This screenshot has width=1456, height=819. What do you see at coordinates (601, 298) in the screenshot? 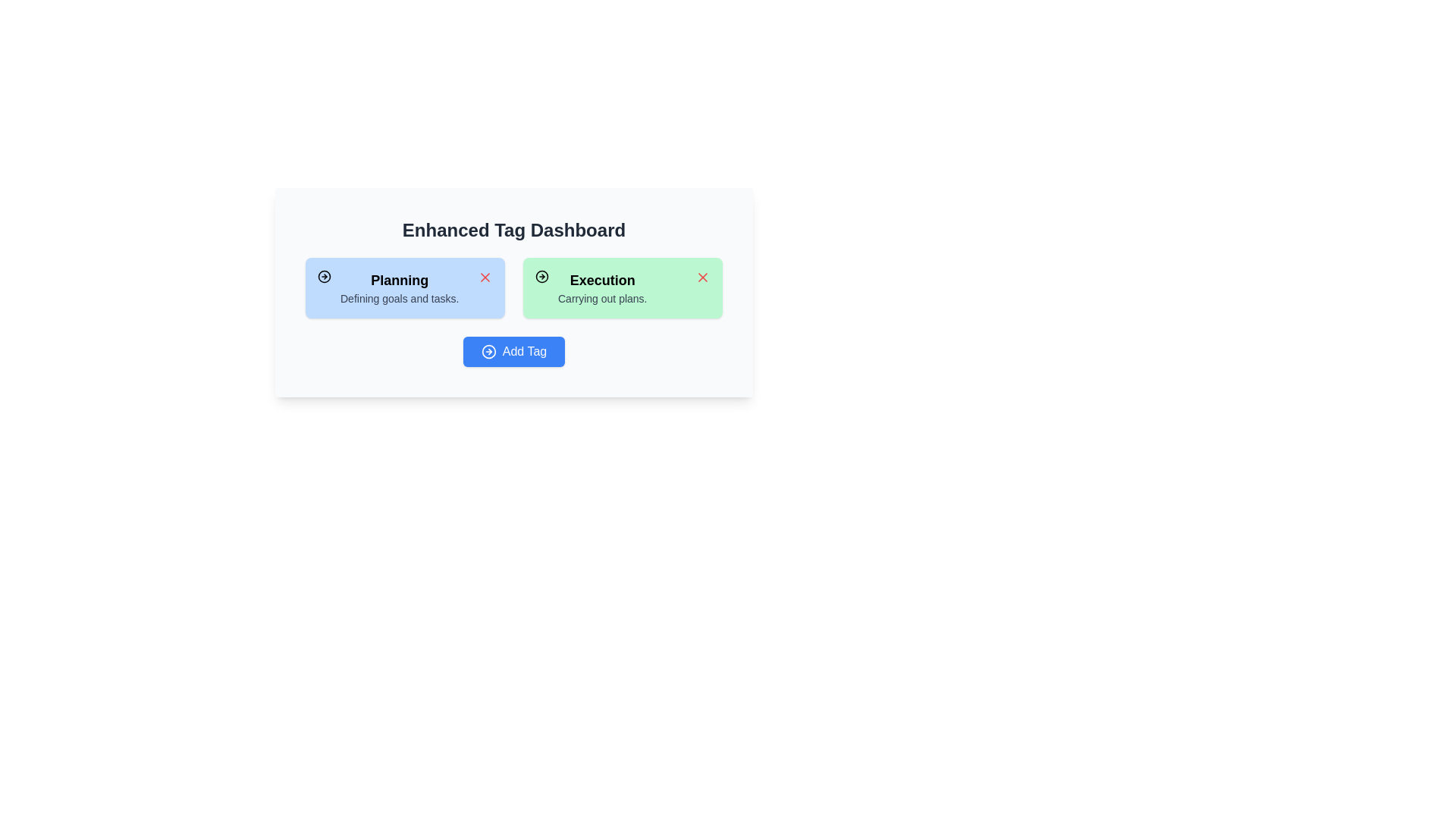
I see `the text label displaying 'Carrying out plans.' which is located under the heading 'Execution' in the right-hand green panel` at bounding box center [601, 298].